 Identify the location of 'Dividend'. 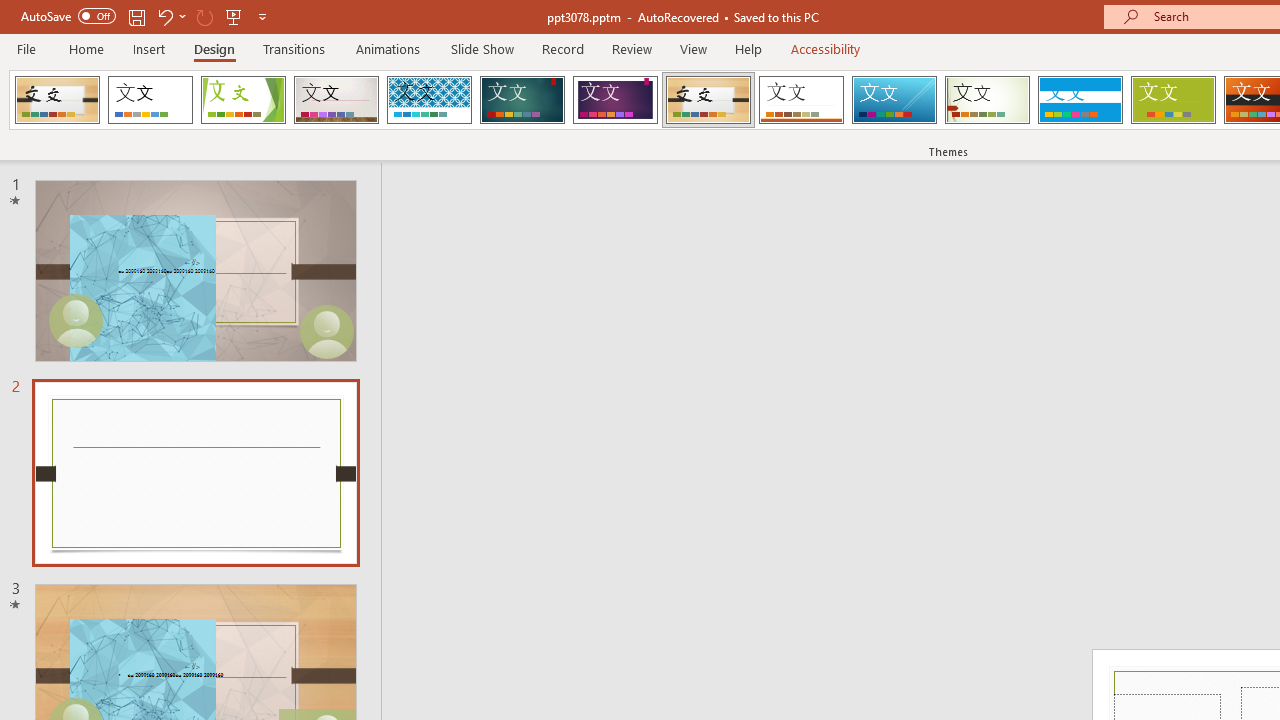
(57, 100).